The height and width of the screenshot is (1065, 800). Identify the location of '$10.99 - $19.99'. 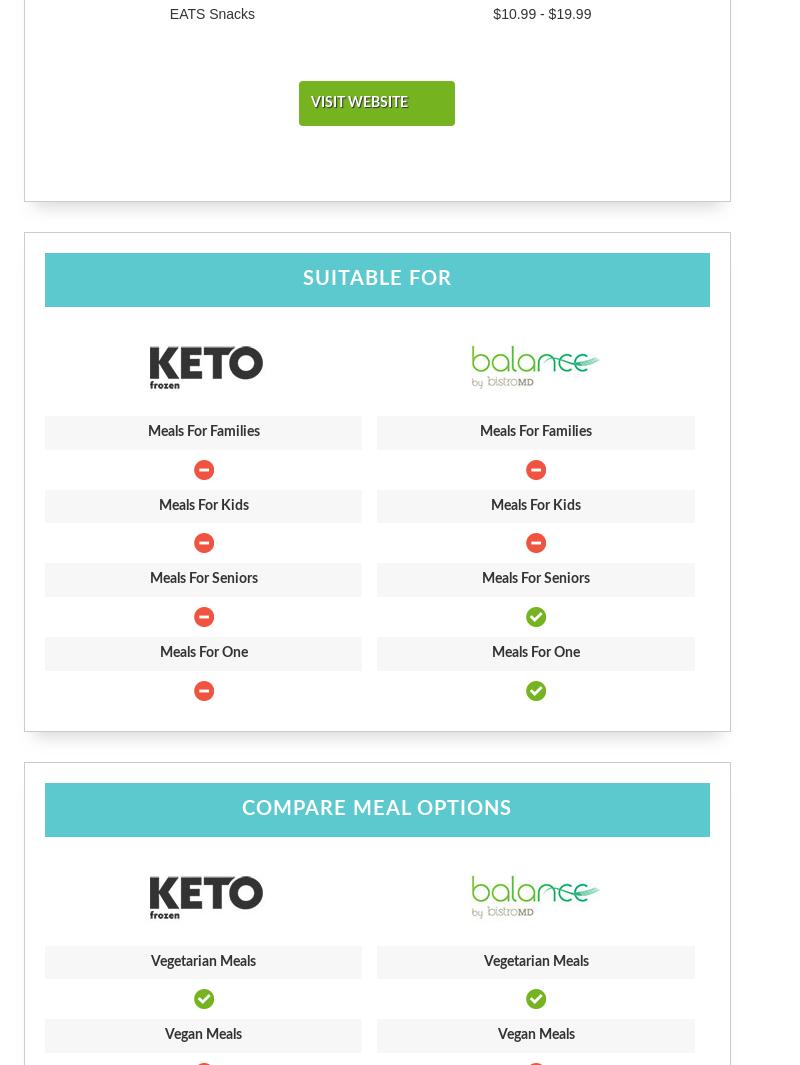
(542, 11).